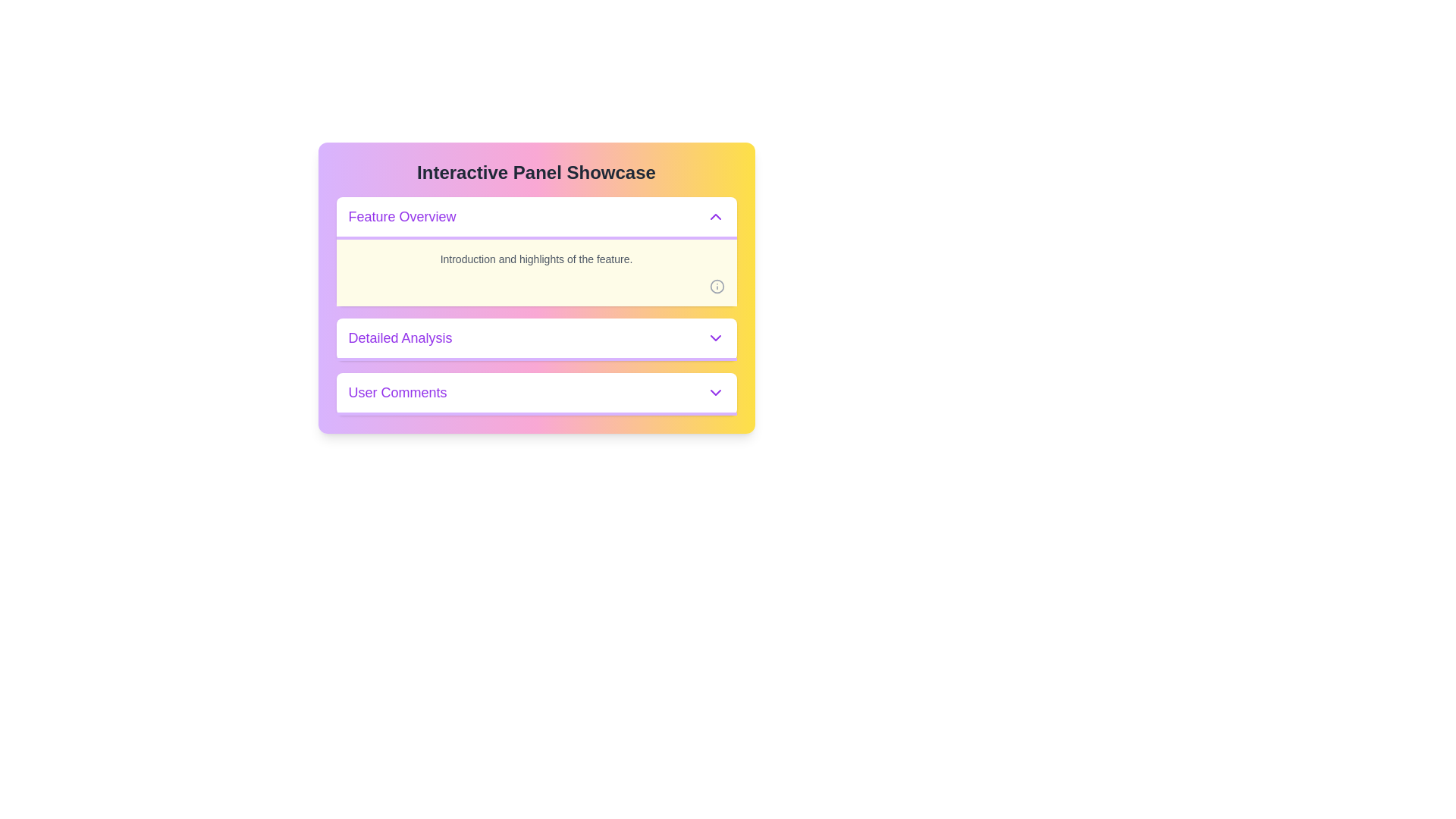 This screenshot has height=819, width=1456. What do you see at coordinates (536, 271) in the screenshot?
I see `the static text block with a light yellow background that contains the text 'Introduction and highlights of the feature', located under the header 'Feature Overview'` at bounding box center [536, 271].